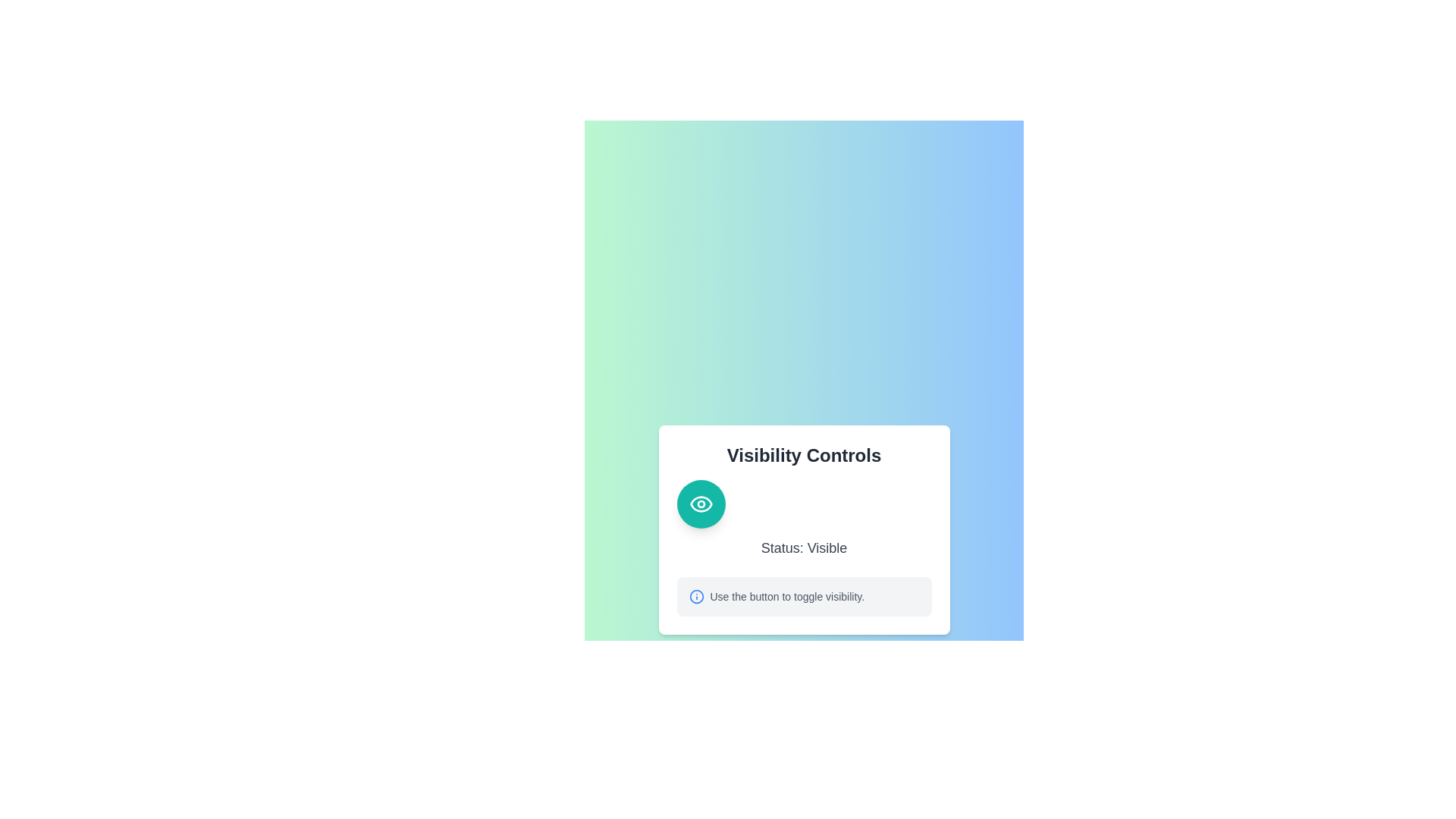 This screenshot has height=819, width=1456. Describe the element at coordinates (700, 504) in the screenshot. I see `the toggle button to change the visibility state` at that location.